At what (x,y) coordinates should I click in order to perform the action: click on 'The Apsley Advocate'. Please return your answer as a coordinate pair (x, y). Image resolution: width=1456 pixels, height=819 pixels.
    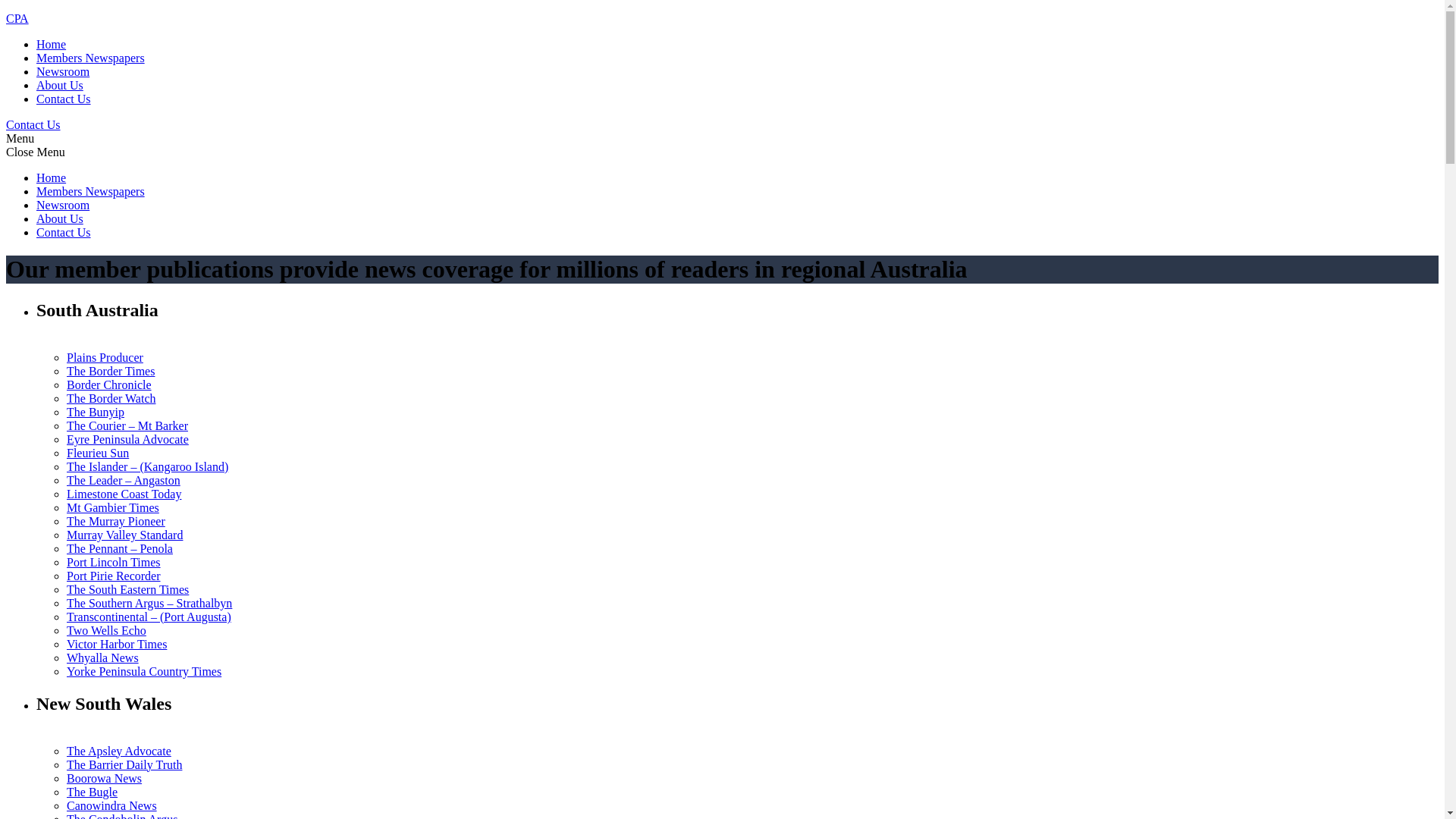
    Looking at the image, I should click on (118, 751).